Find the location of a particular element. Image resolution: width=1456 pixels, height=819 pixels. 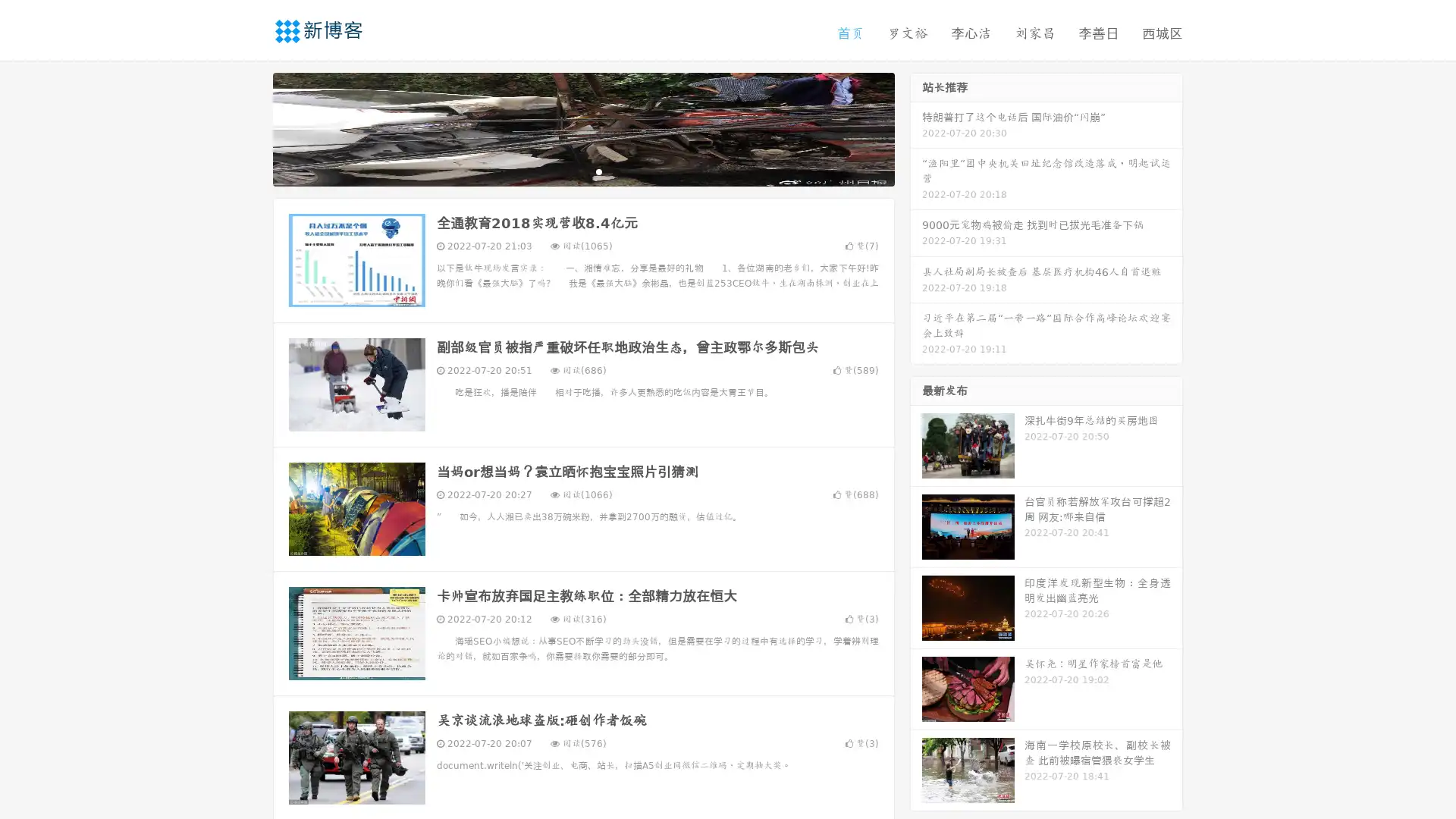

Go to slide 3 is located at coordinates (598, 171).